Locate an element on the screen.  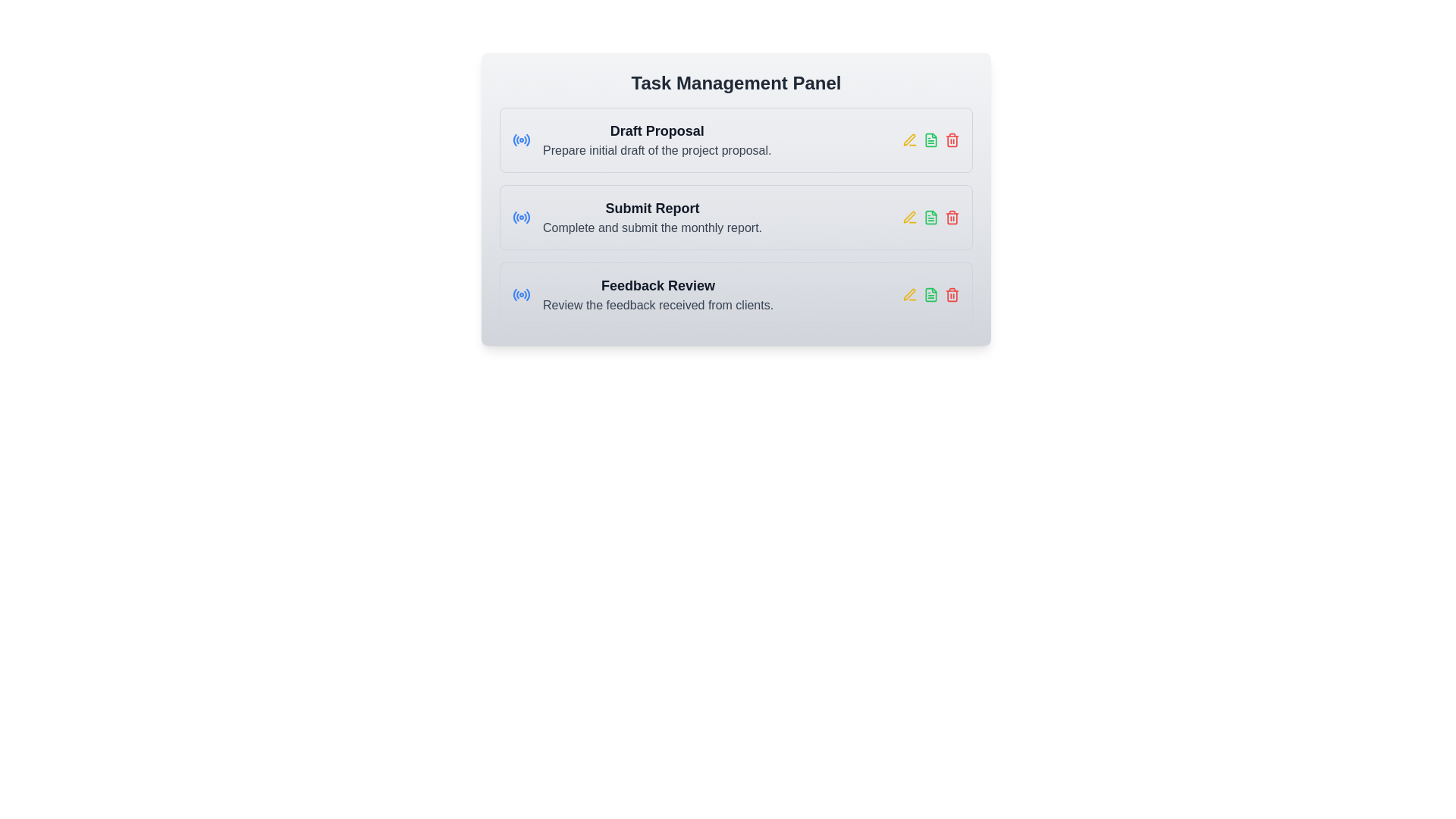
the broadcasting icon located immediately to the left of the 'Feedback Review' text block is located at coordinates (521, 295).